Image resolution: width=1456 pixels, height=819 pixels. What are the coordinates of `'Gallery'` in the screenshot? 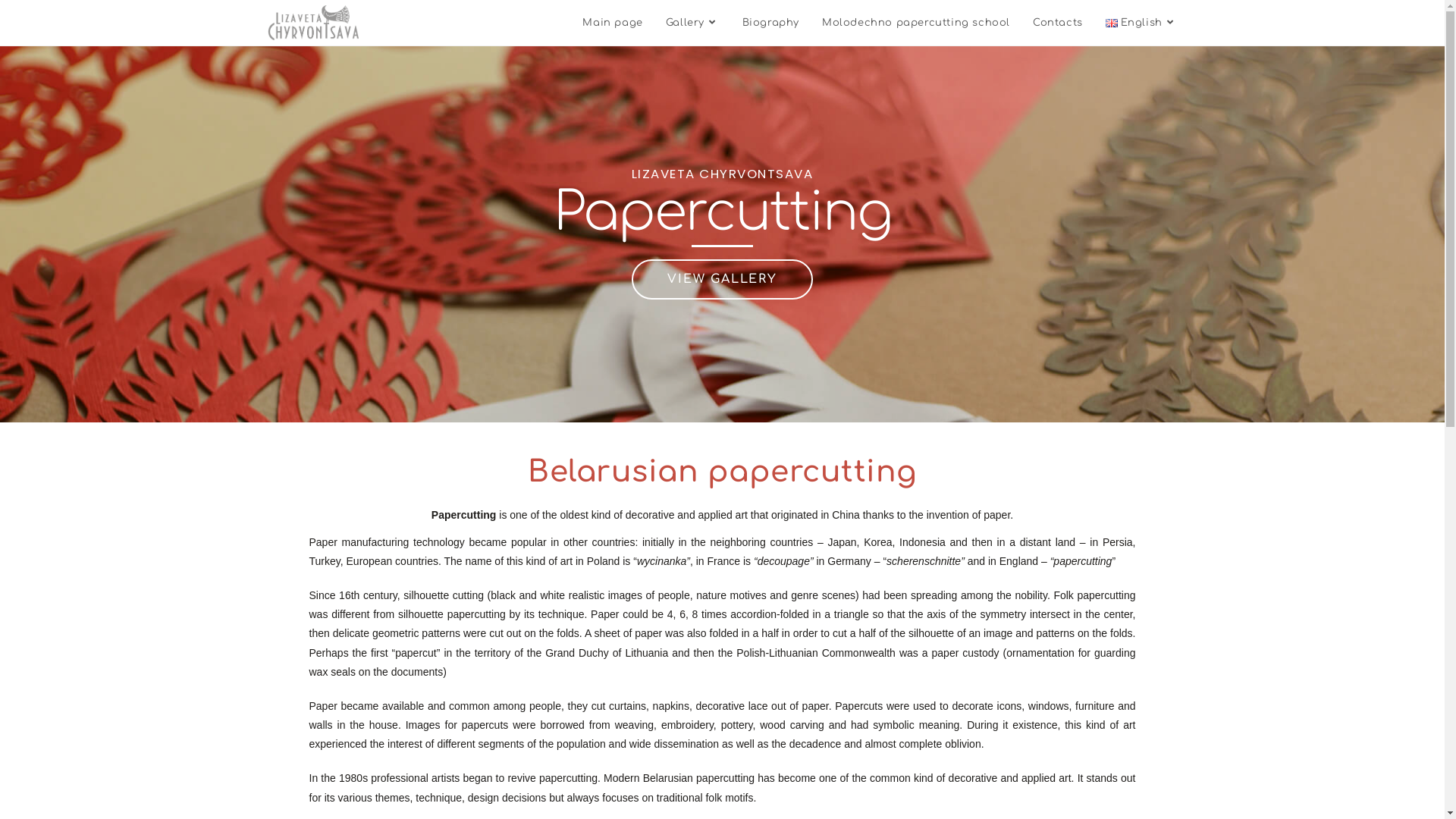 It's located at (692, 23).